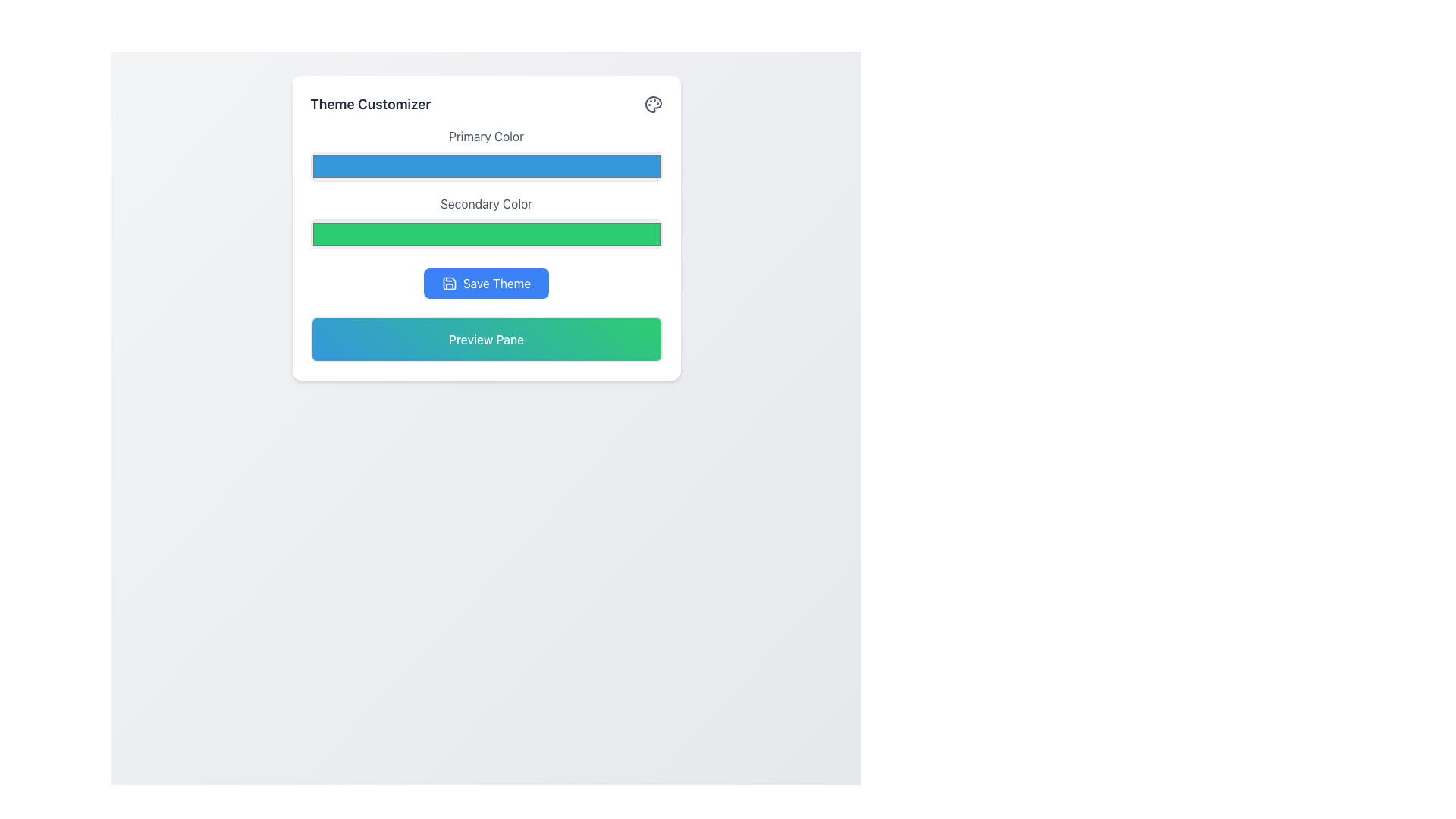 The height and width of the screenshot is (819, 1456). I want to click on the text label that describes the purpose of the associated color input field, which is positioned above the color input field in the theme customization panel, so click(486, 136).